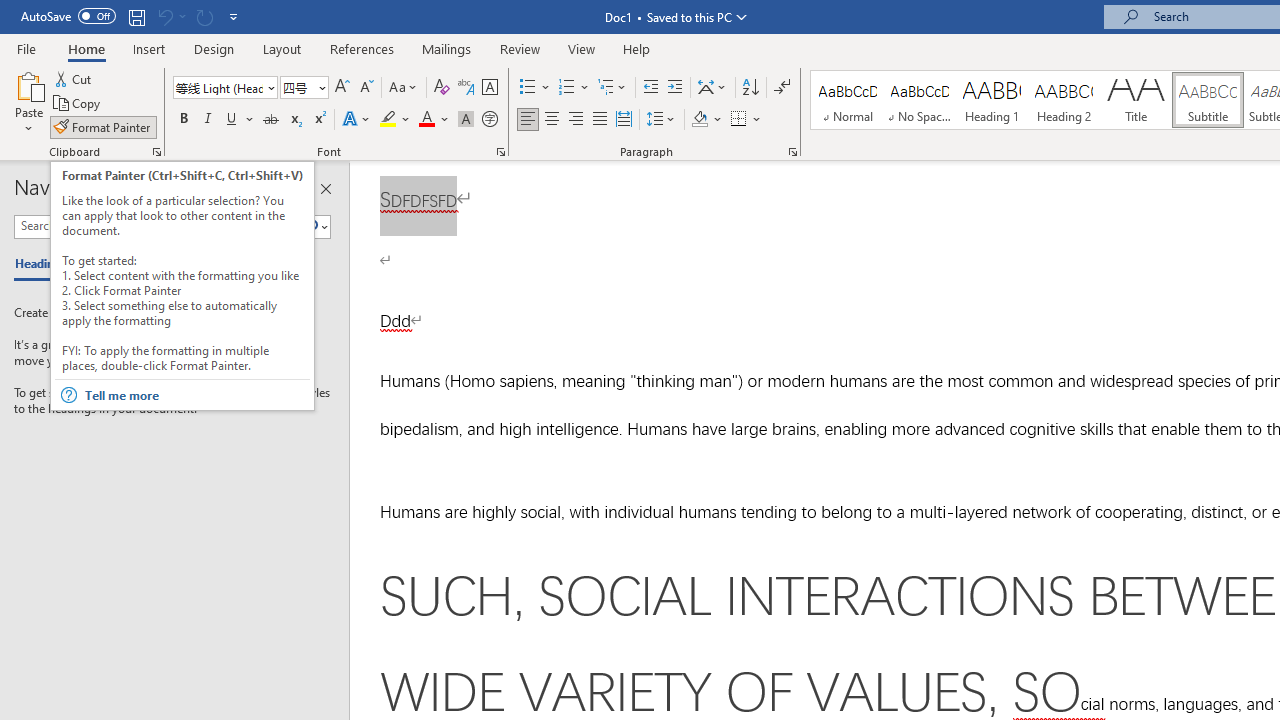 The image size is (1280, 720). What do you see at coordinates (661, 119) in the screenshot?
I see `'Line and Paragraph Spacing'` at bounding box center [661, 119].